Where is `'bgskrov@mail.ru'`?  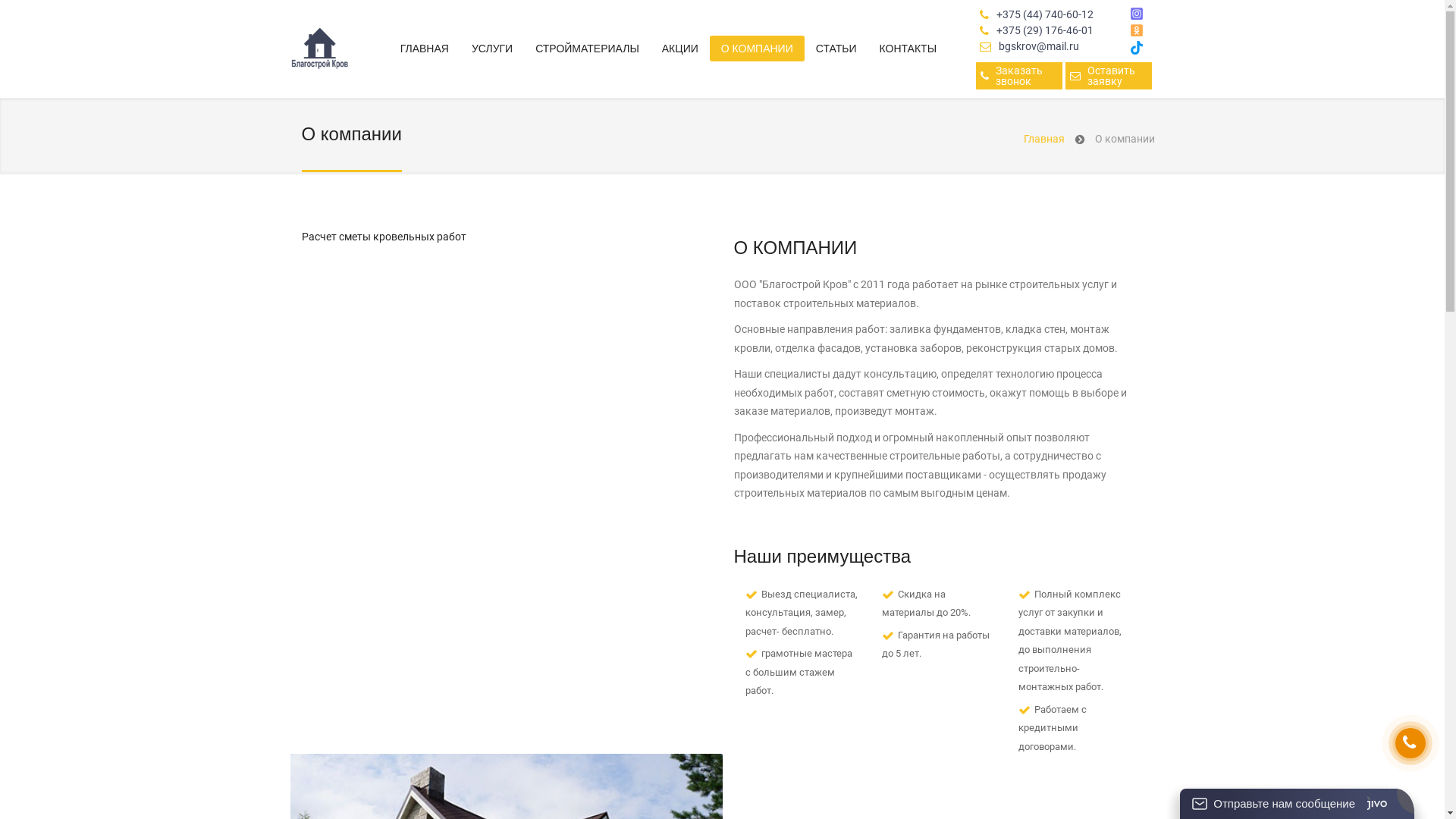
'bgskrov@mail.ru' is located at coordinates (1037, 45).